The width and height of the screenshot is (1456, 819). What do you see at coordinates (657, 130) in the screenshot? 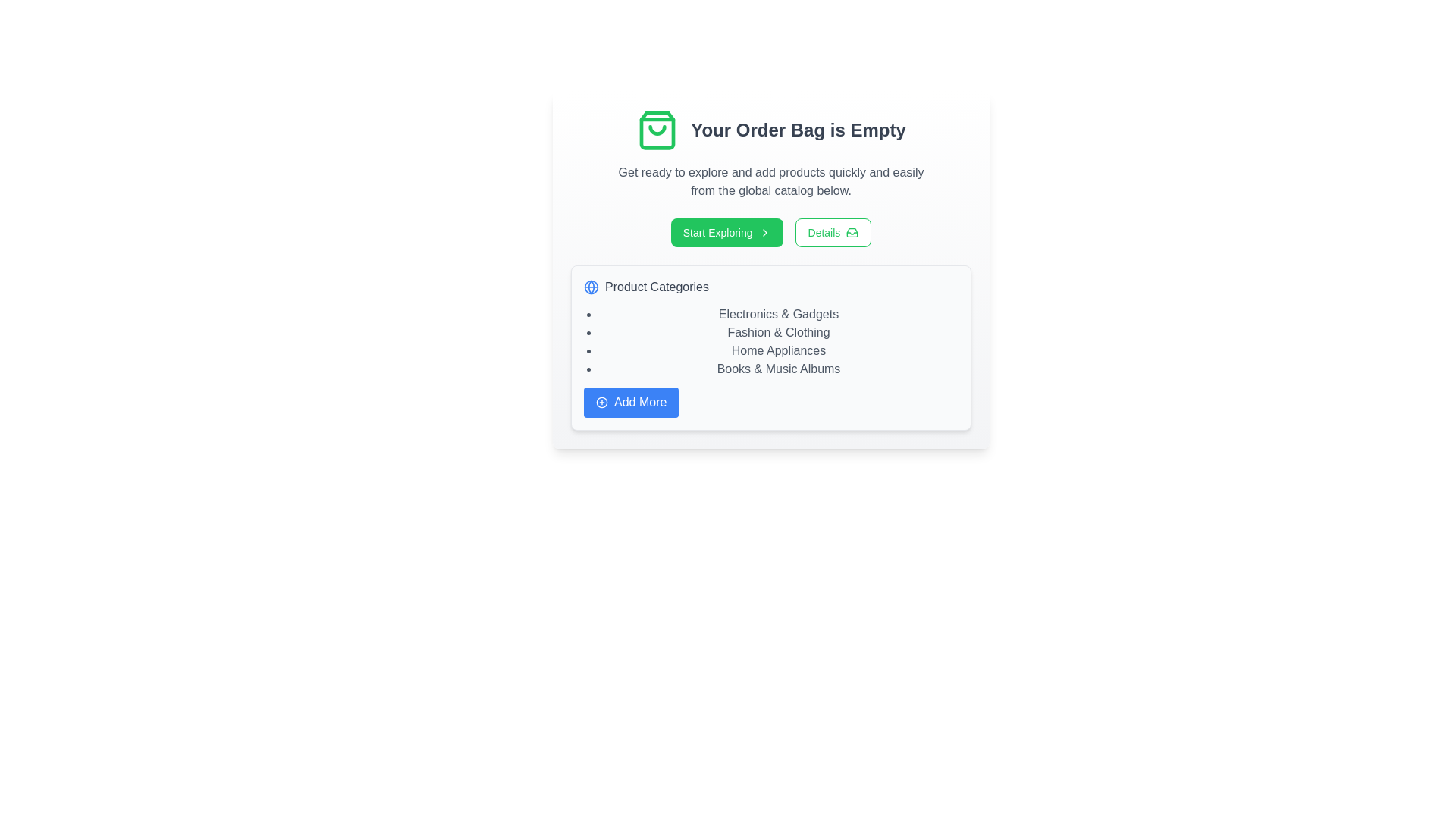
I see `the shopping bag icon located at the top left corner of the card, next to the text 'Your Order Bag is Empty'` at bounding box center [657, 130].